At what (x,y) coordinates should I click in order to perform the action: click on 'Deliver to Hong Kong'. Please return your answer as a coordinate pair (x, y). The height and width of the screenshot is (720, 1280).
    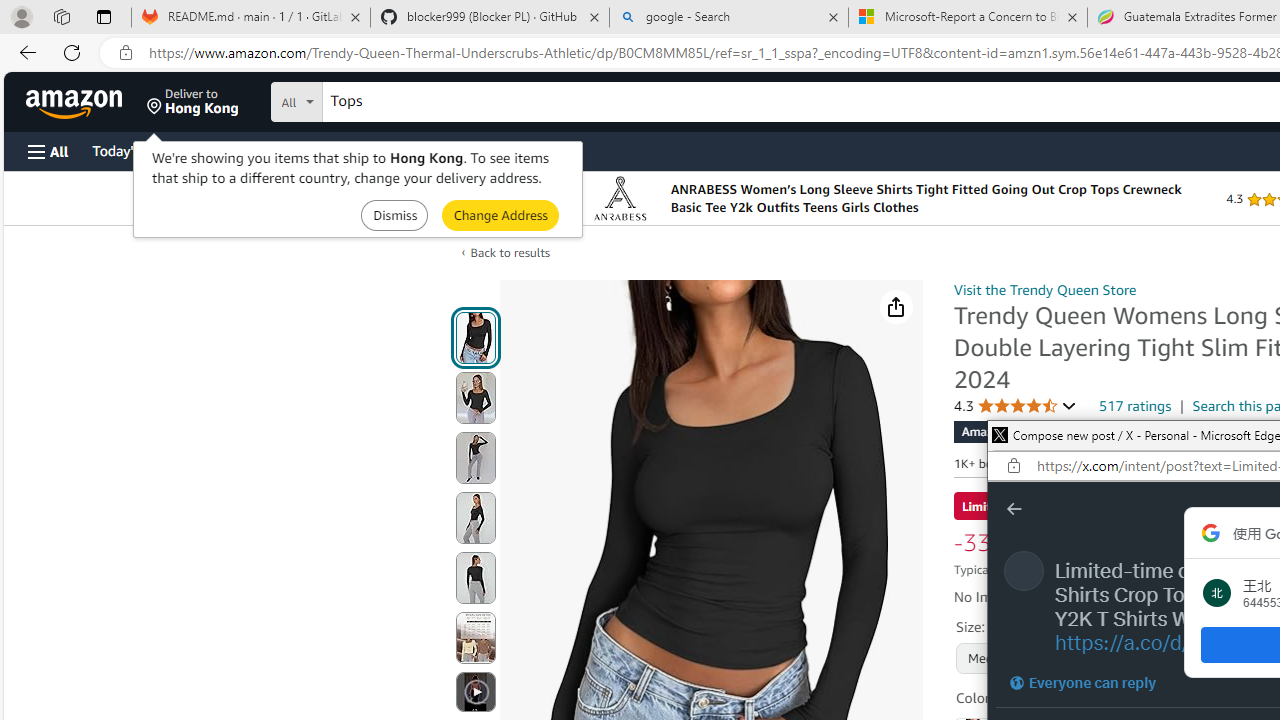
    Looking at the image, I should click on (193, 101).